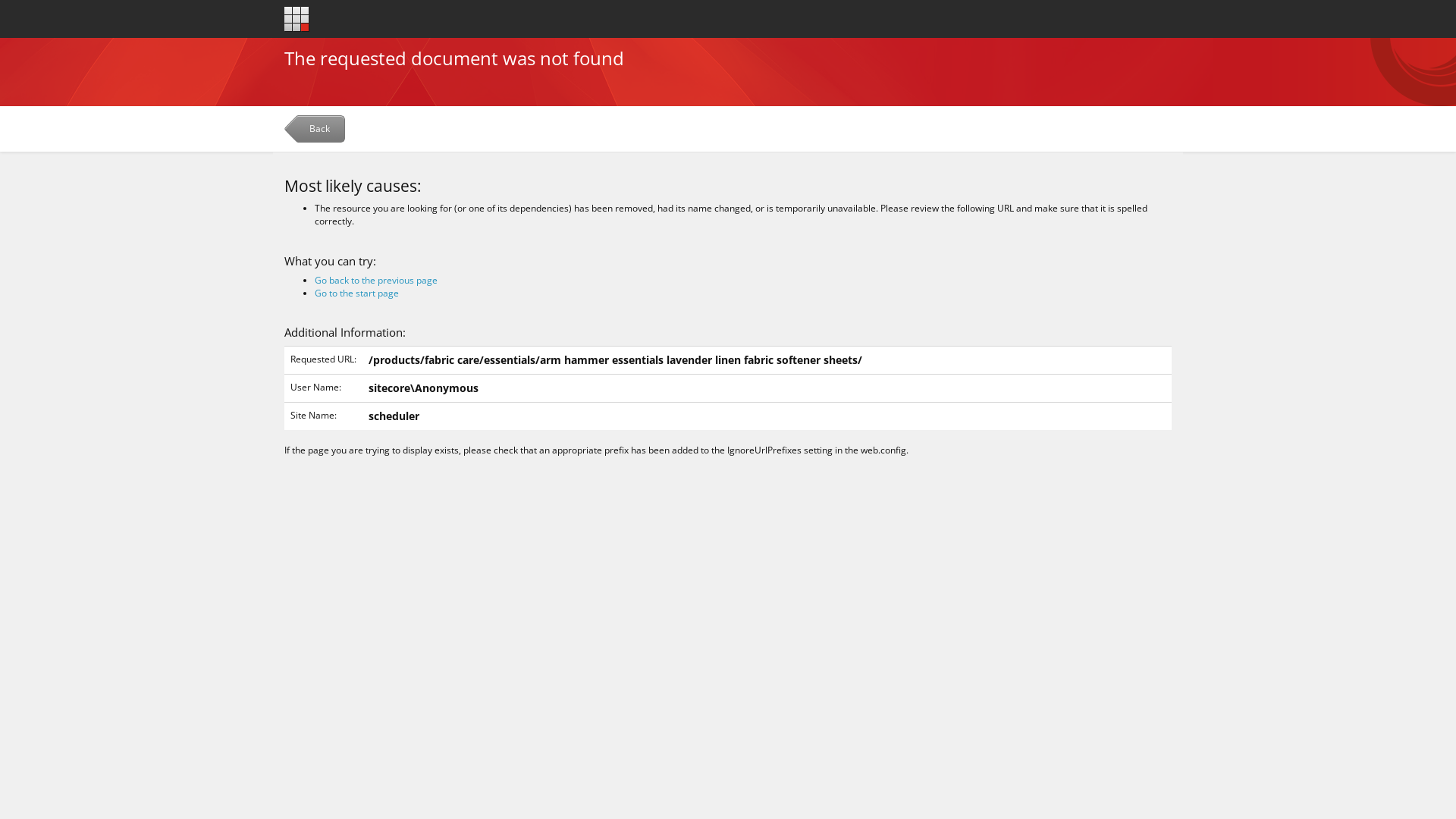  Describe the element at coordinates (315, 130) in the screenshot. I see `'Back'` at that location.